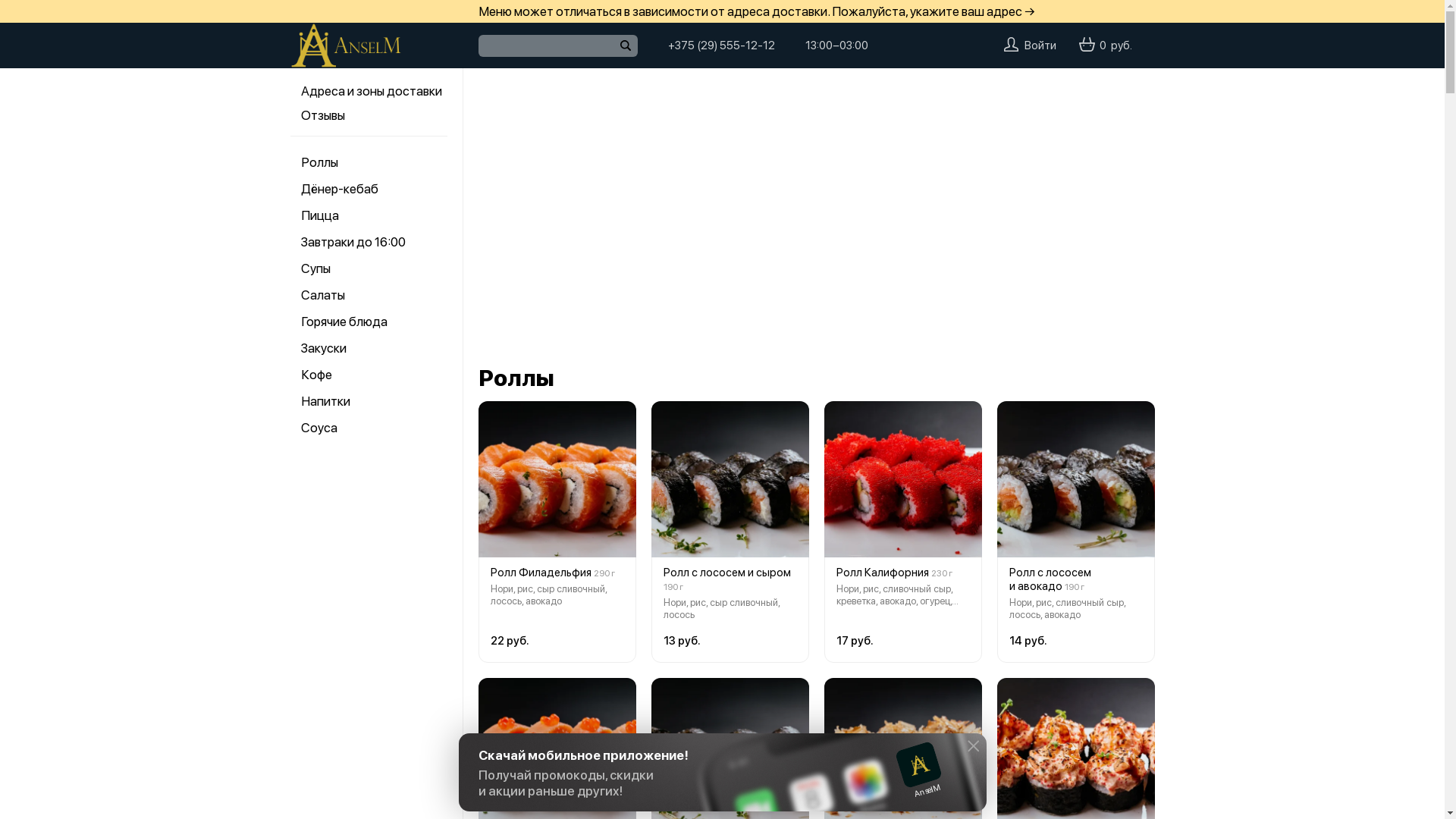  I want to click on '+375 (29) 555-12-12', so click(667, 45).